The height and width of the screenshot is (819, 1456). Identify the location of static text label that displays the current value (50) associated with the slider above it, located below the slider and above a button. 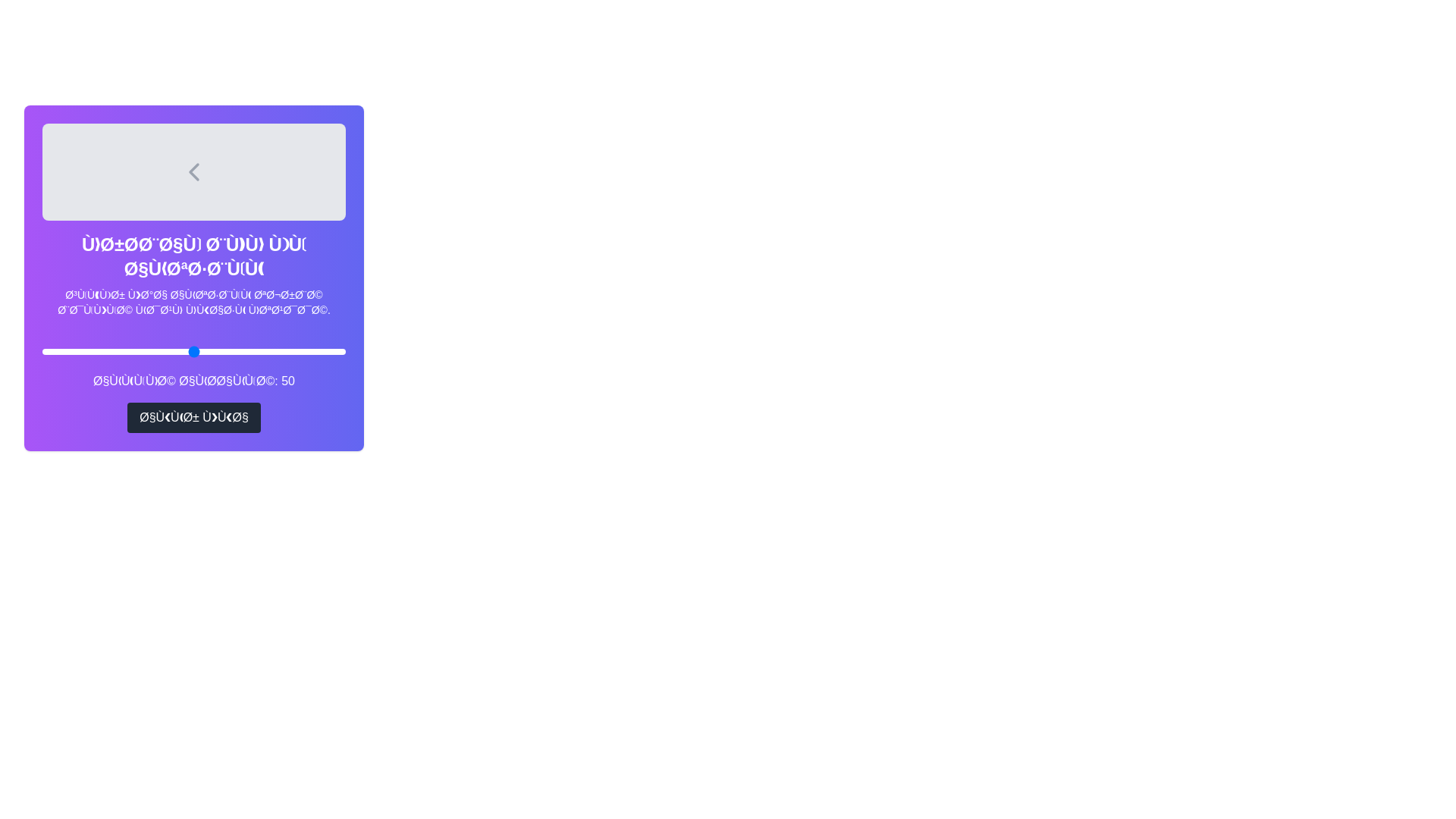
(193, 380).